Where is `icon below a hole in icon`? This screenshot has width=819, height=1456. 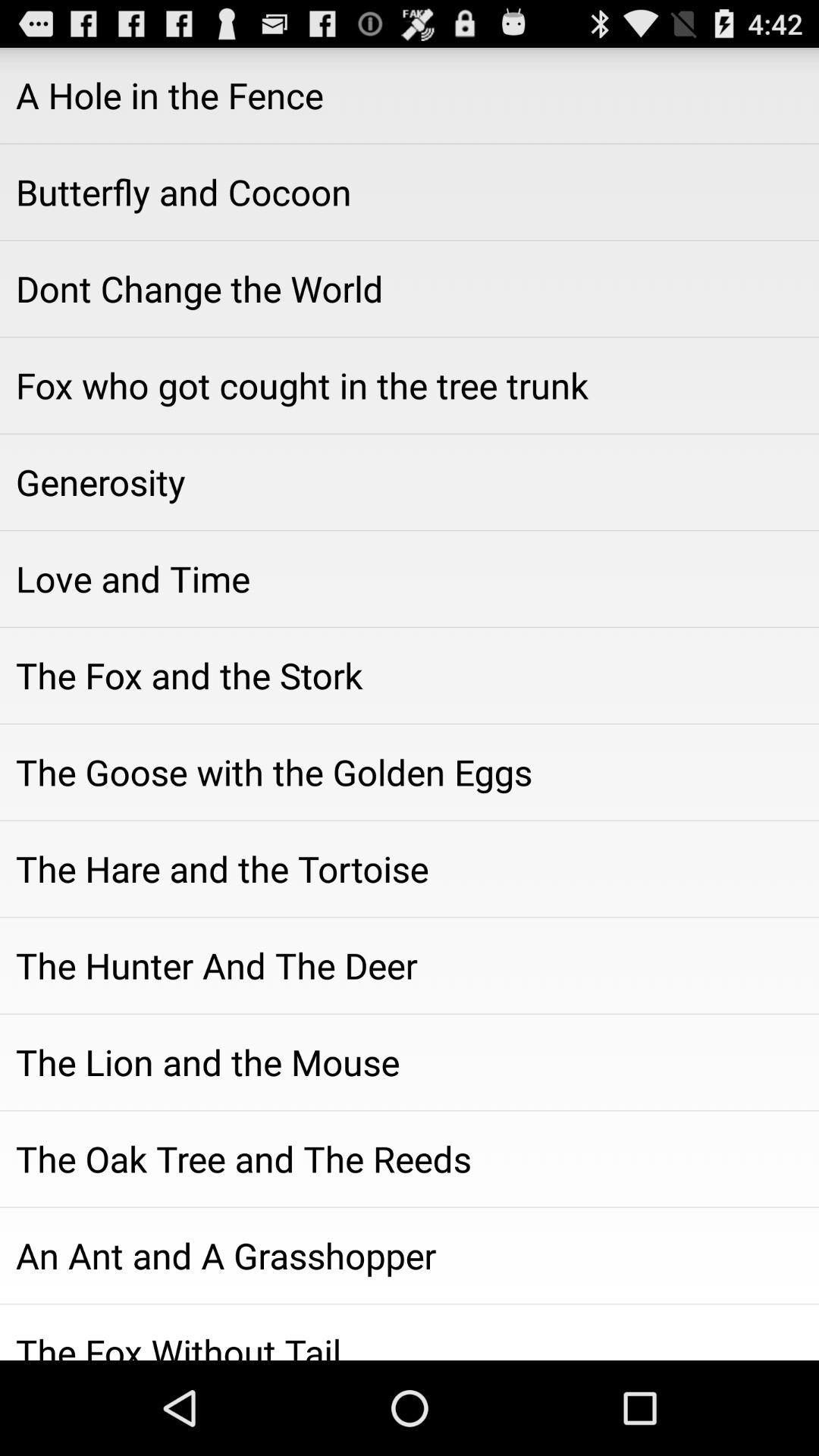 icon below a hole in icon is located at coordinates (409, 191).